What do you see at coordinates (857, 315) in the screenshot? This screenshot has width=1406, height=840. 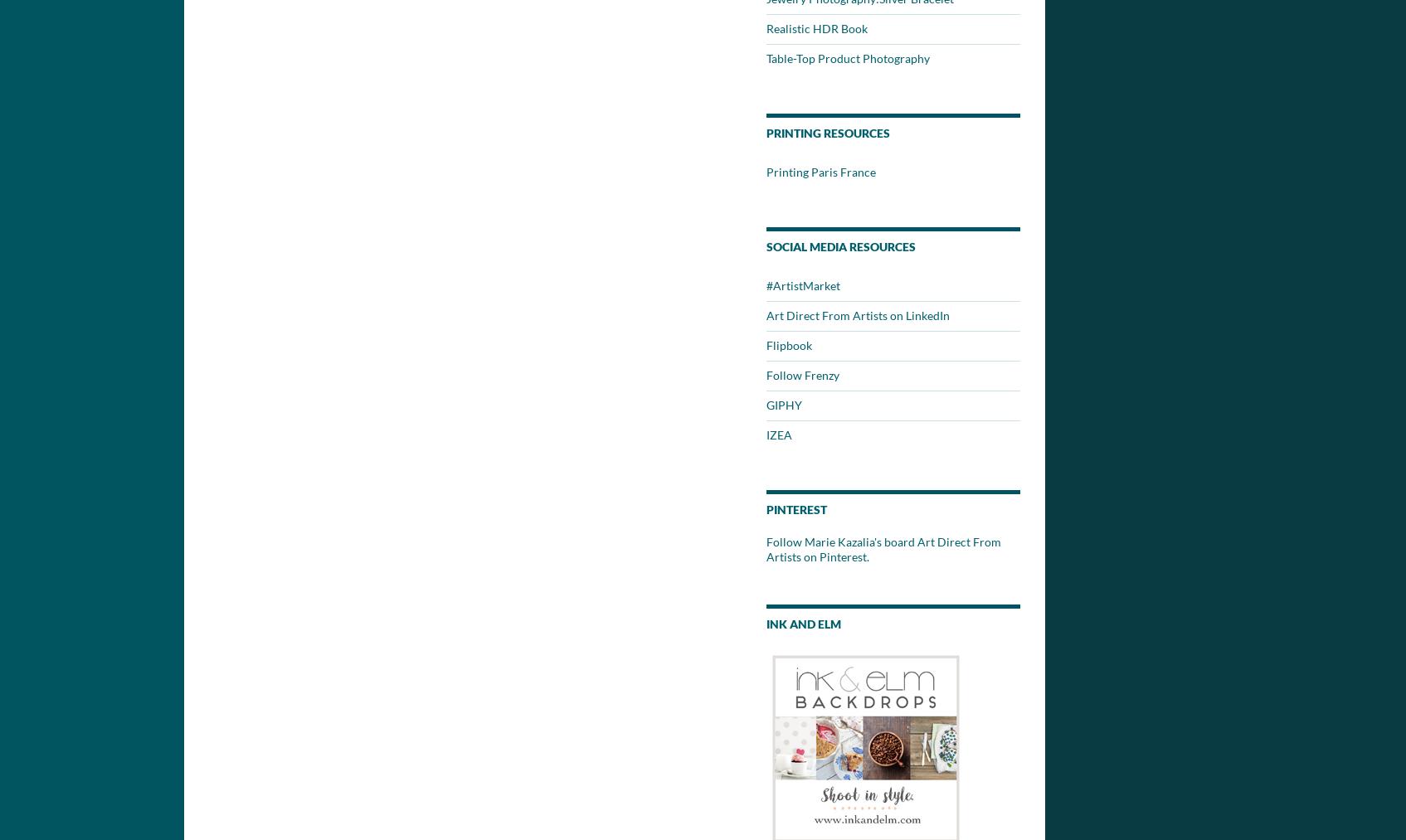 I see `'Art Direct From Artists on LinkedIn'` at bounding box center [857, 315].